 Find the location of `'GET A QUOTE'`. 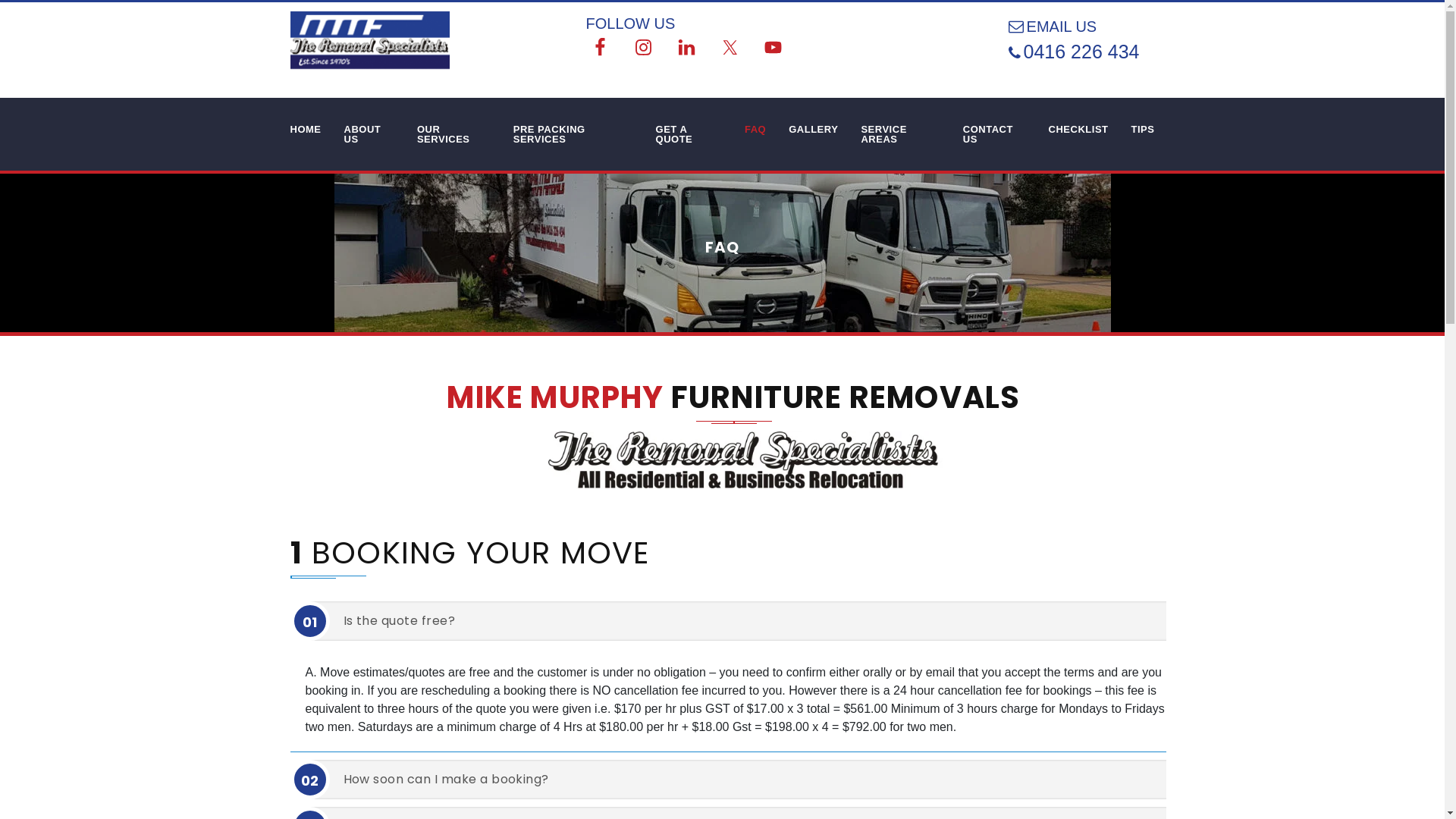

'GET A QUOTE' is located at coordinates (688, 133).